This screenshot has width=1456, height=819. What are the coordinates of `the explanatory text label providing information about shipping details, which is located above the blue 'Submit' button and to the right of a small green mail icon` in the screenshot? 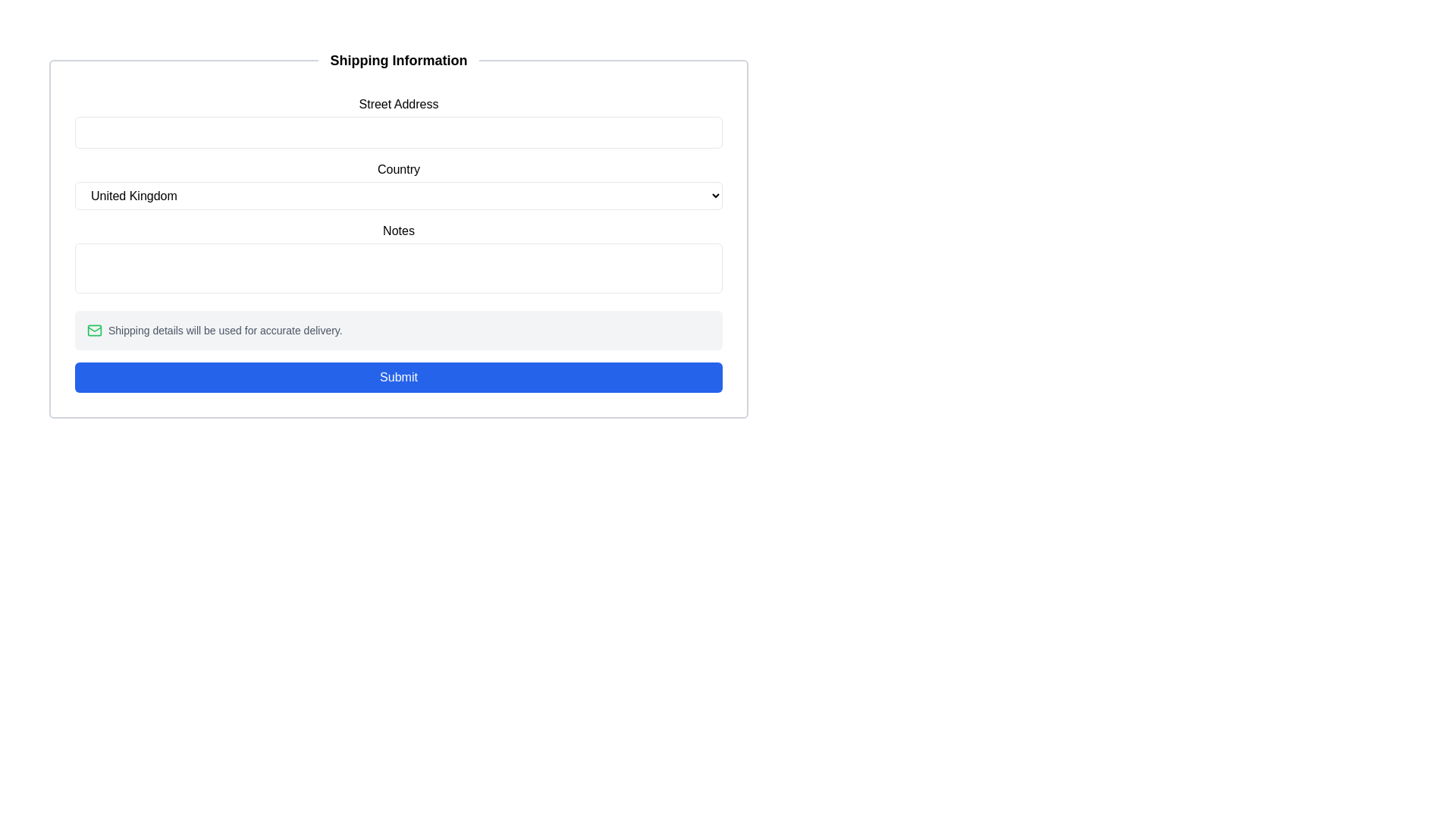 It's located at (224, 329).